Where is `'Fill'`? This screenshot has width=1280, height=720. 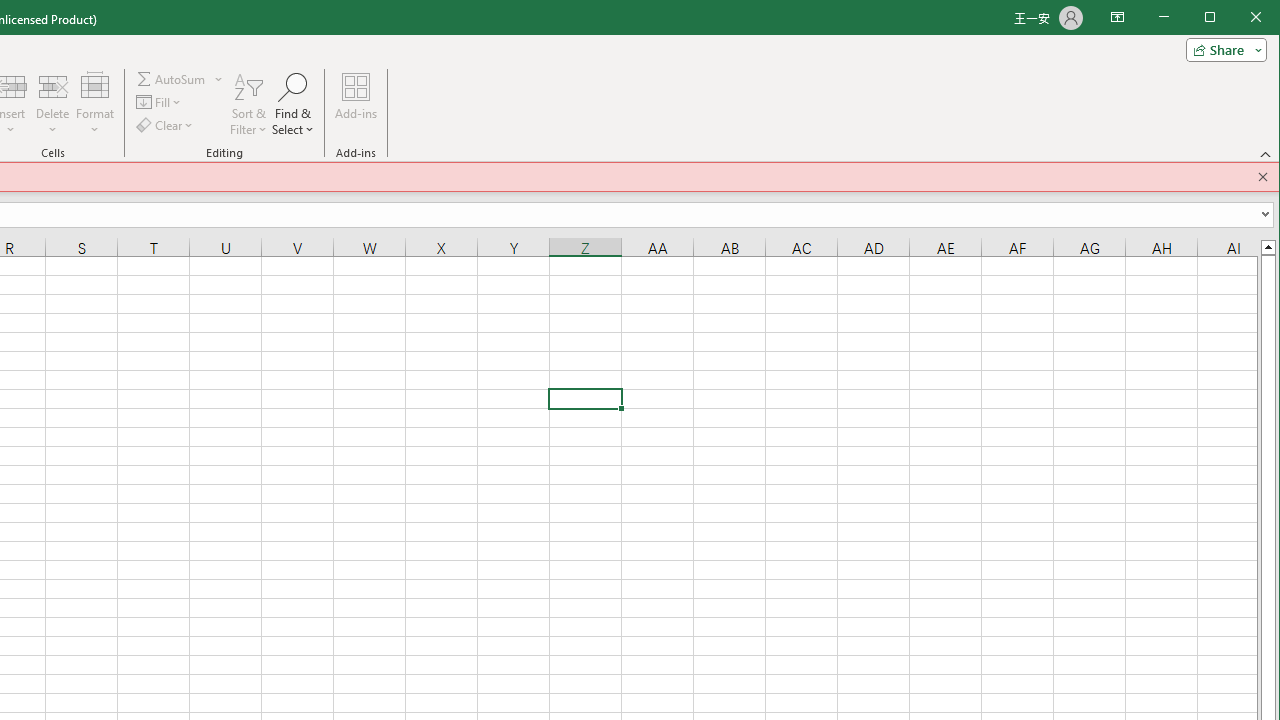
'Fill' is located at coordinates (160, 102).